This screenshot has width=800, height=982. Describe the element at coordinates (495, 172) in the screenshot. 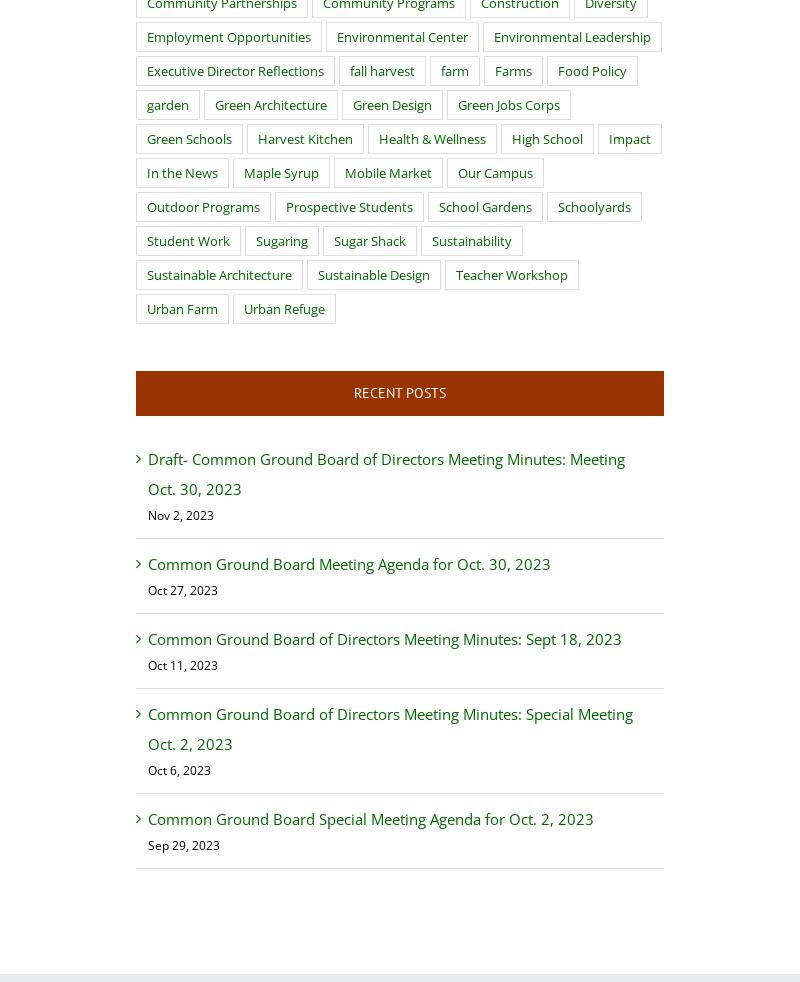

I see `'Our Campus'` at that location.